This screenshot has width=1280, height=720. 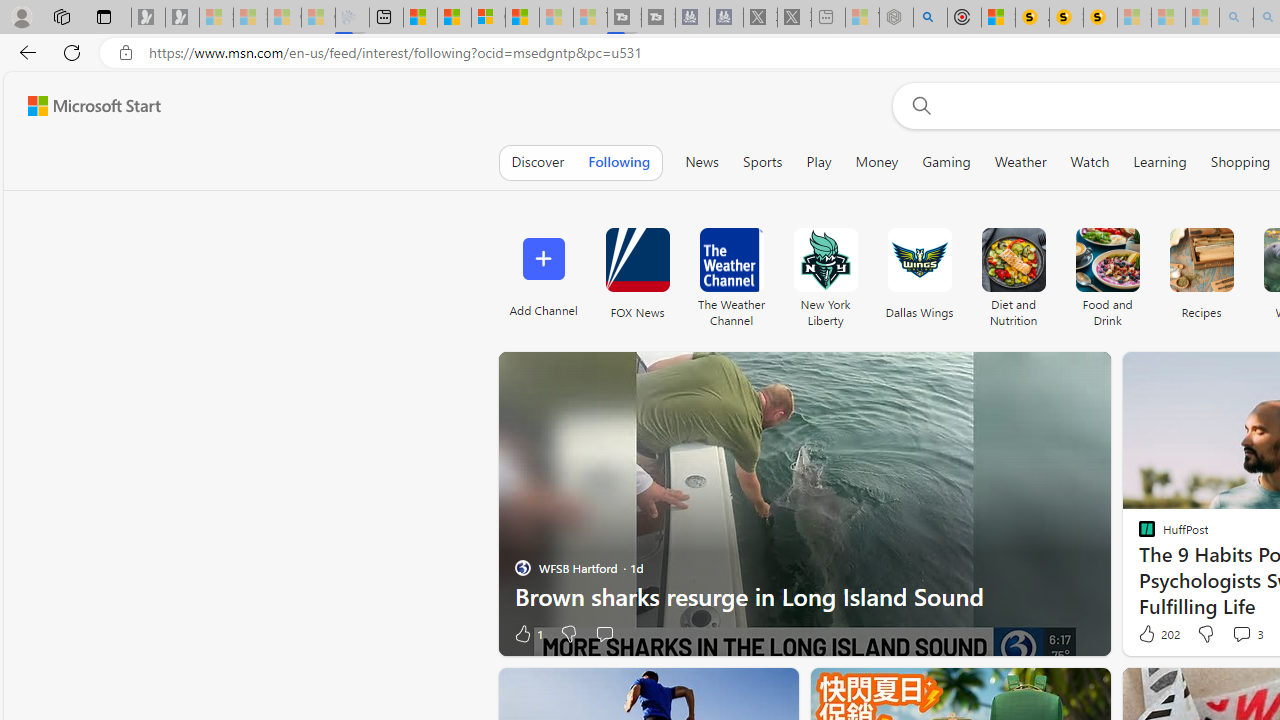 I want to click on 'Wildlife - MSN - Sleeping', so click(x=862, y=17).